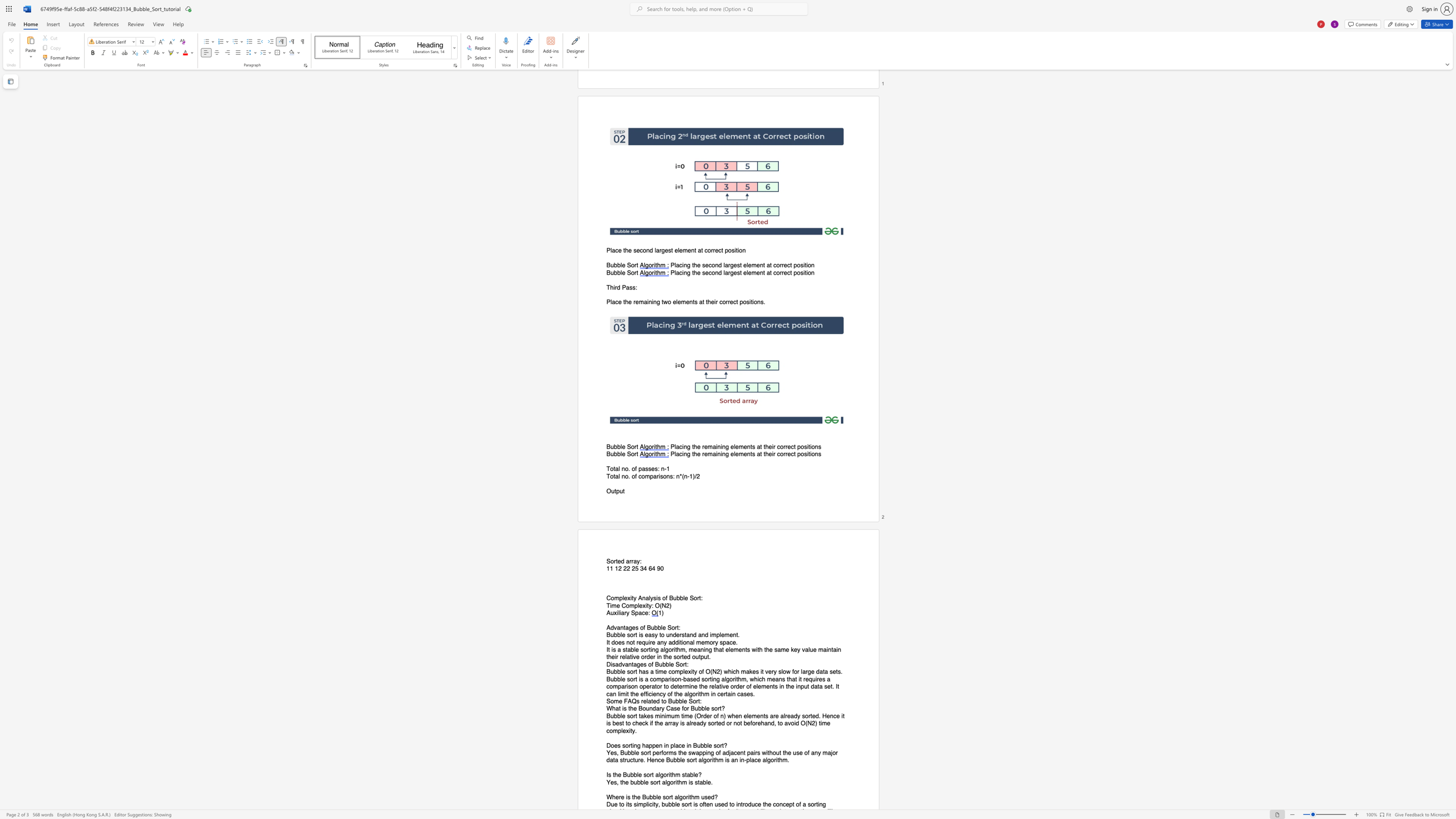 Image resolution: width=1456 pixels, height=819 pixels. I want to click on the 1th character "l" in the text, so click(638, 605).